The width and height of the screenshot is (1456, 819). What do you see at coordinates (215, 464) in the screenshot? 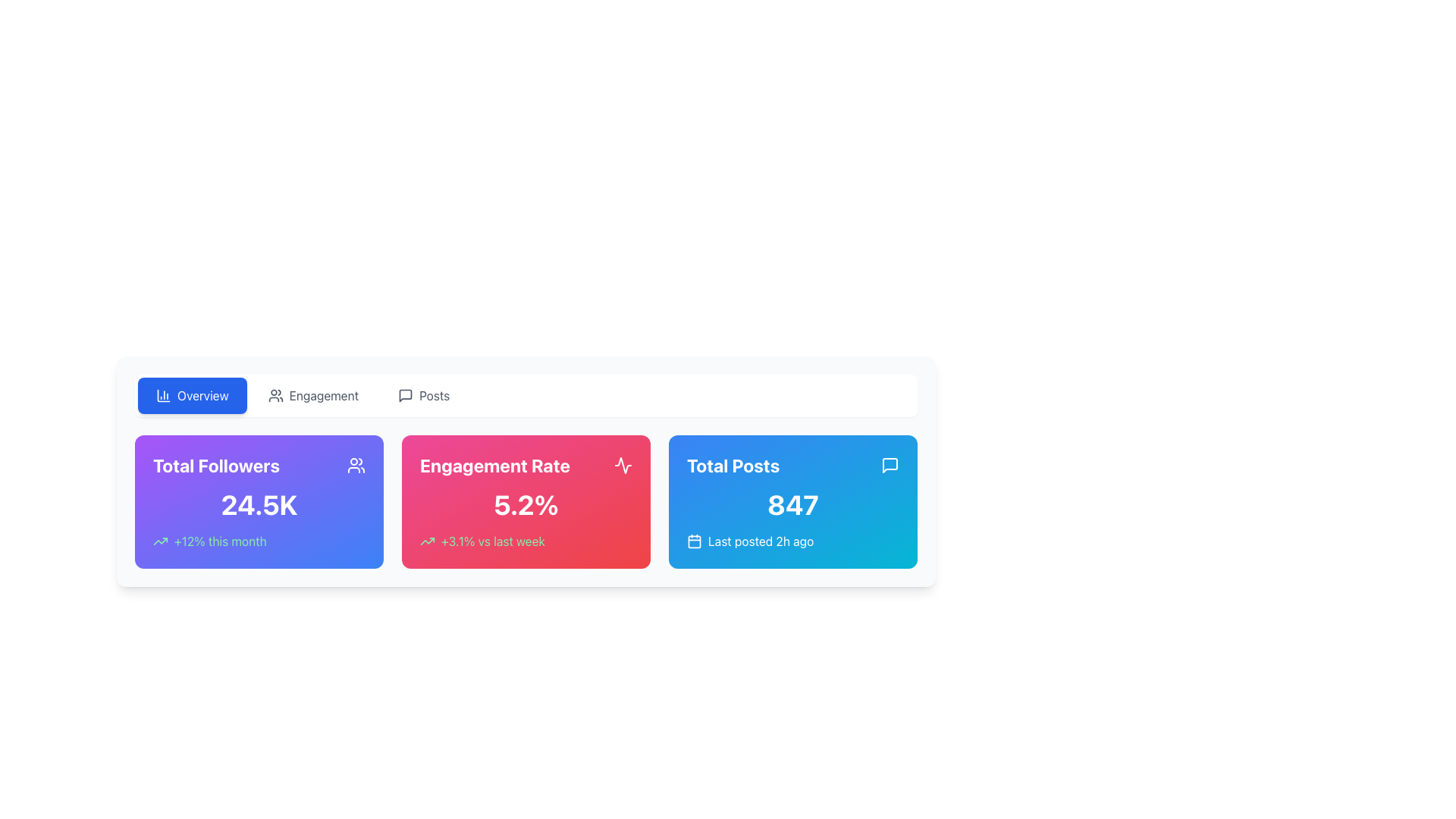
I see `the bold text label reading 'Total Followers' which is displayed in a large font size and vibrant white color against a purple background, located in the top-left corner of the first card in a row of summary cards` at bounding box center [215, 464].